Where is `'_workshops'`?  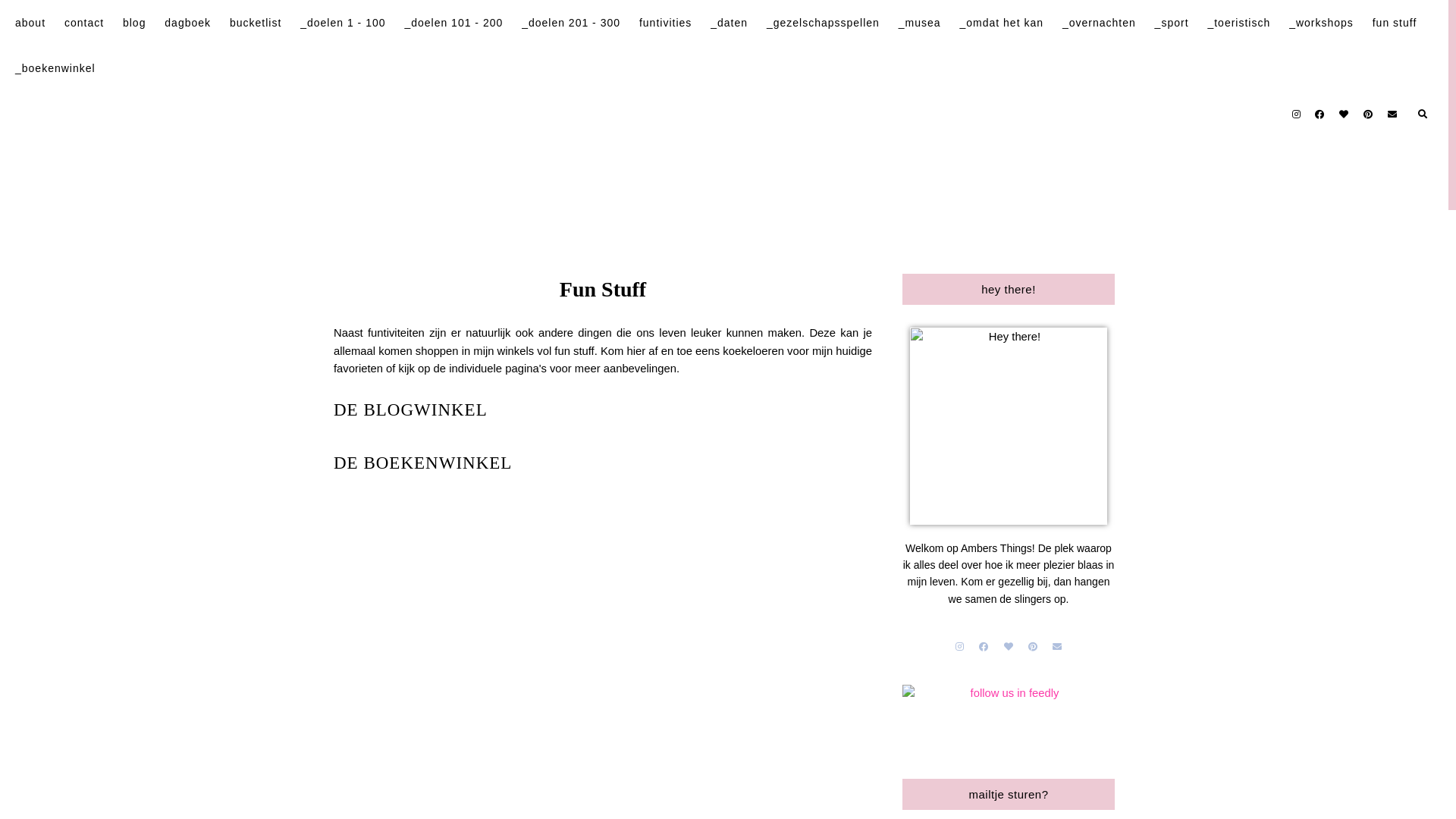
'_workshops' is located at coordinates (1288, 23).